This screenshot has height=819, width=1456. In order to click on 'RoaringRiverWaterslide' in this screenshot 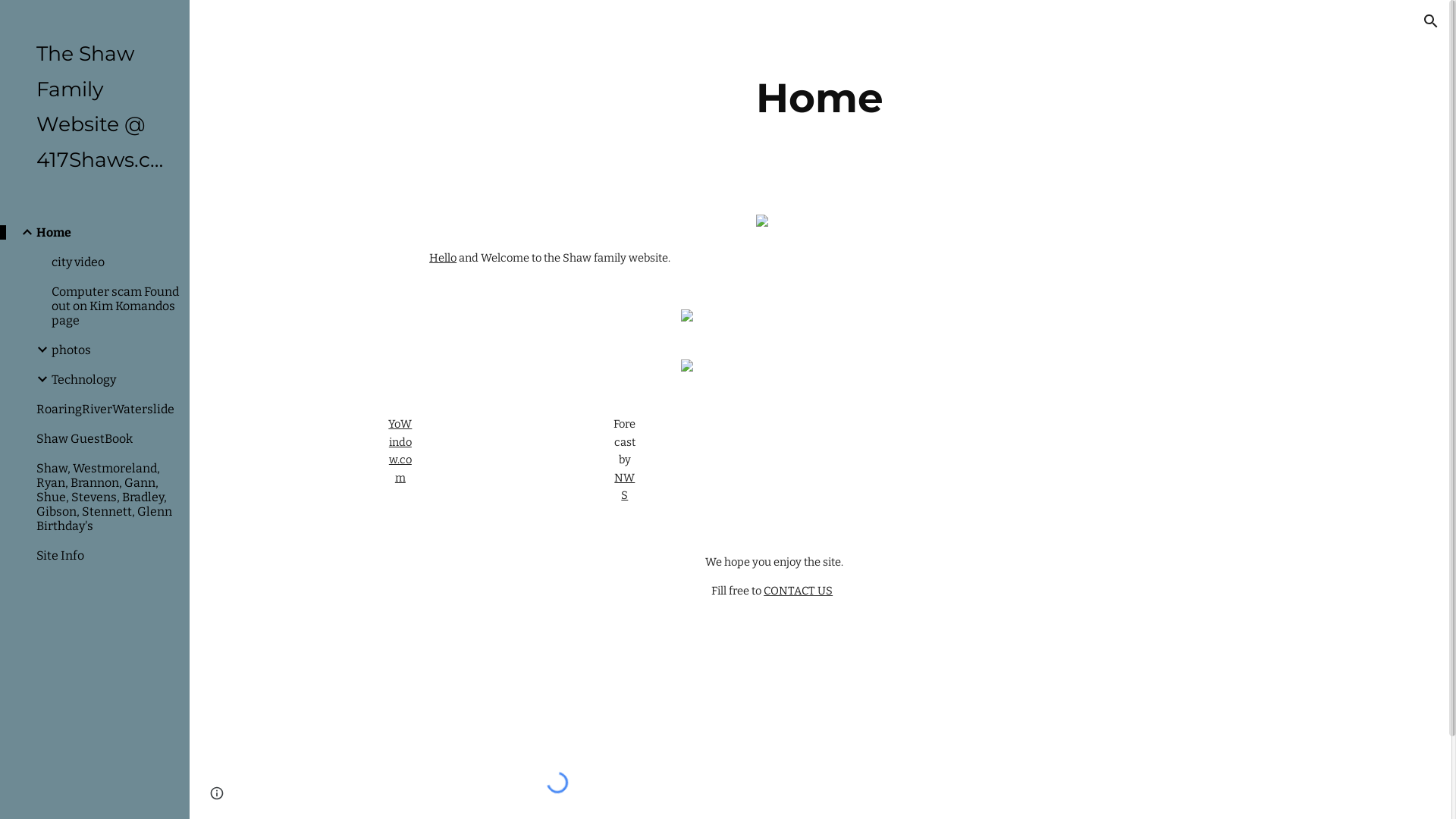, I will do `click(105, 408)`.